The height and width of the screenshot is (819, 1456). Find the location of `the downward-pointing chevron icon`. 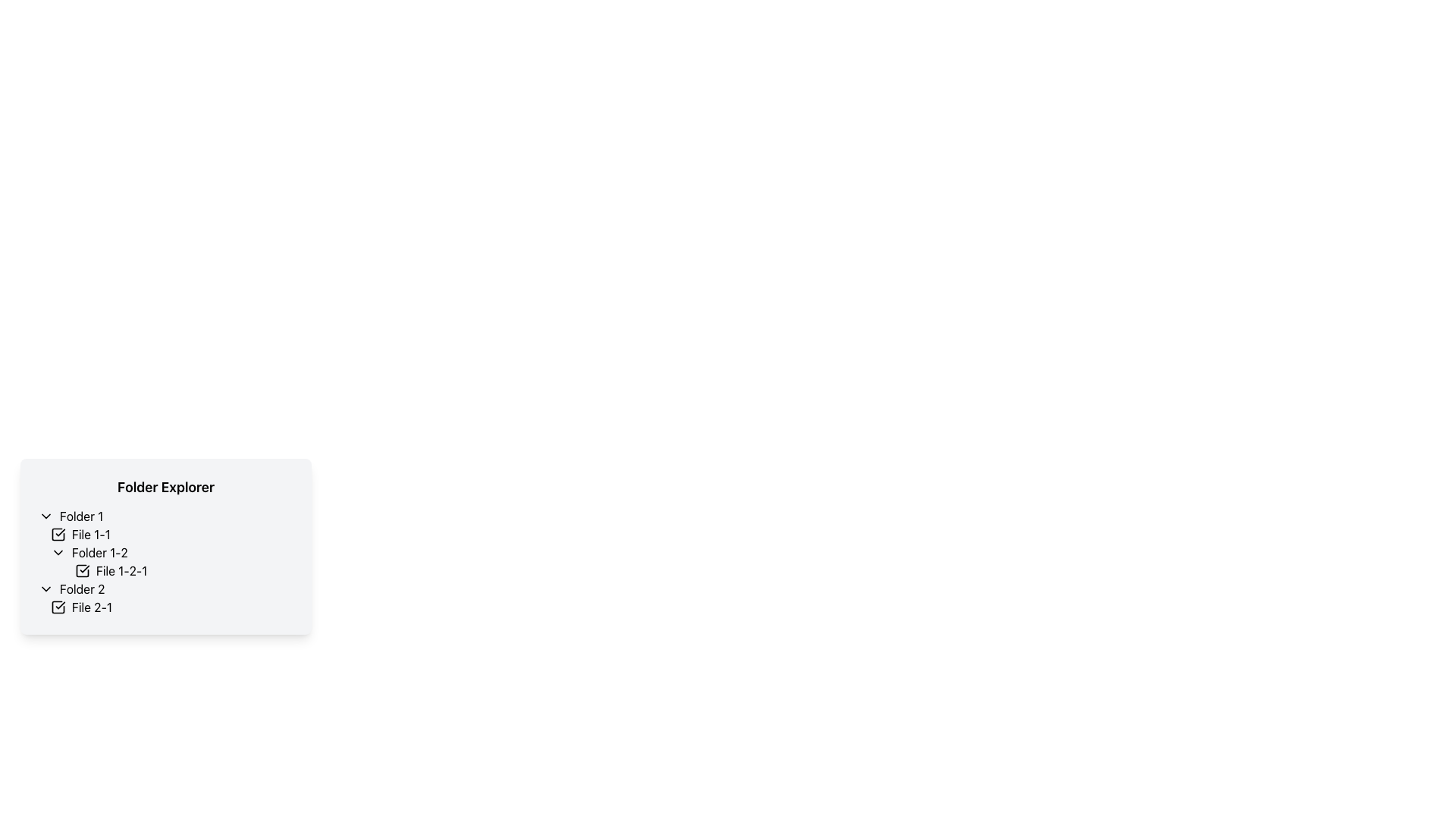

the downward-pointing chevron icon is located at coordinates (46, 516).